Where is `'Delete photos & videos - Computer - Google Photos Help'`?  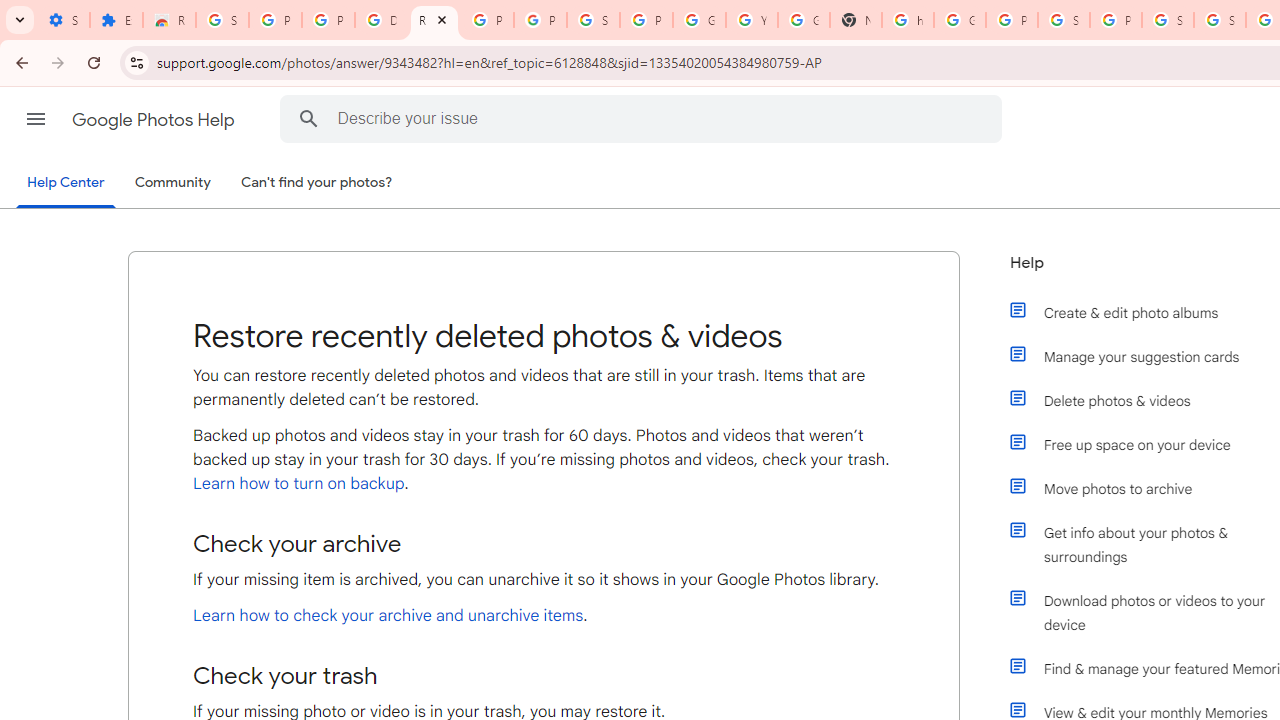 'Delete photos & videos - Computer - Google Photos Help' is located at coordinates (381, 20).